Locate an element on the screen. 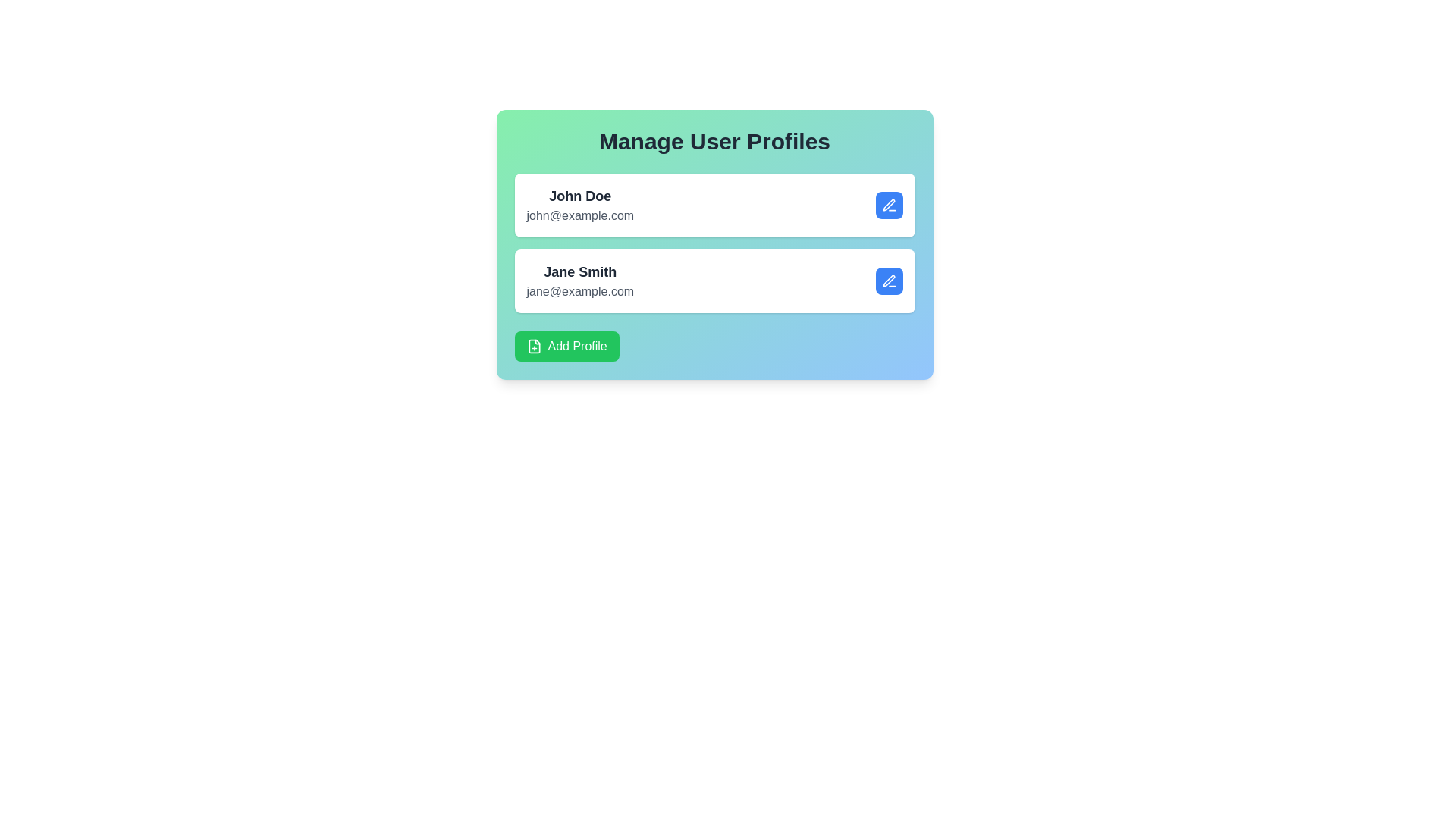 This screenshot has height=819, width=1456. the email address text label associated with the user profile 'Jane Smith', which is located beneath the name 'Jane Smith' in the profile section is located at coordinates (579, 292).